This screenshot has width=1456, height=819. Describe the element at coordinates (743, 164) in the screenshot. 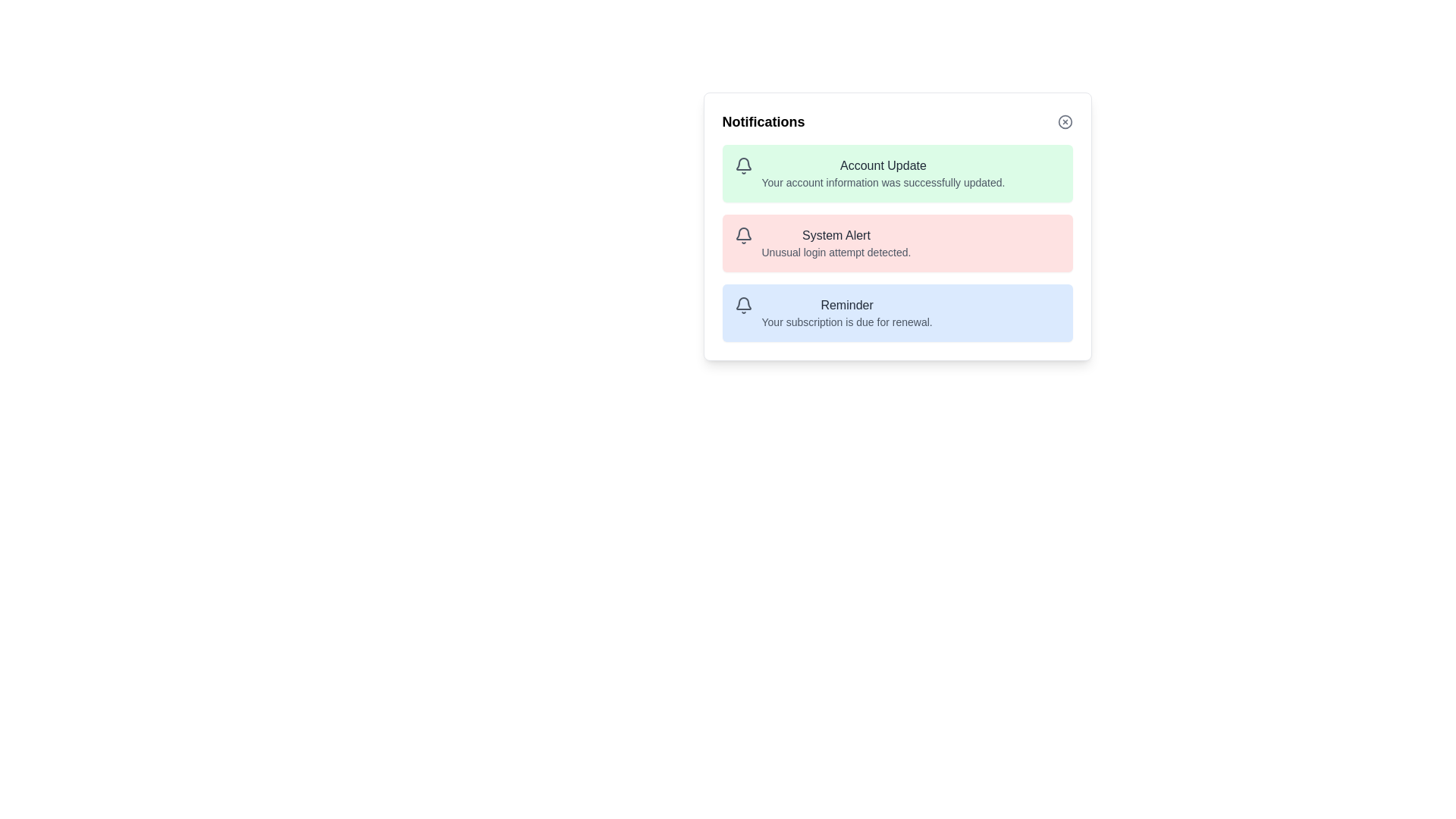

I see `the main body of the bell-shaped icon in the notification header located at the top-right corner of the notification card` at that location.